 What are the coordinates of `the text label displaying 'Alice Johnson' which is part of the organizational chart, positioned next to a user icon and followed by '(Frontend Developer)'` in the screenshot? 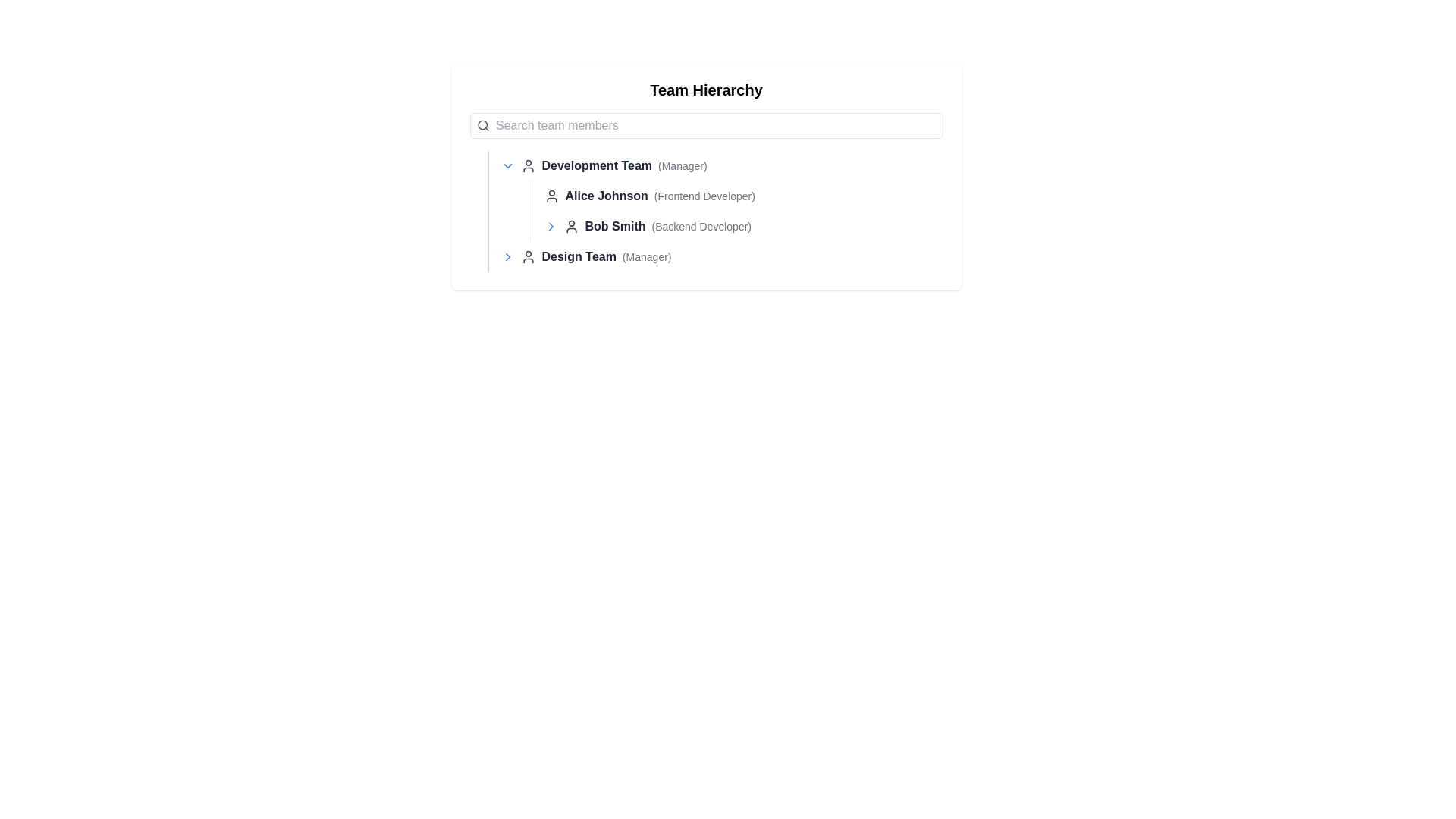 It's located at (607, 195).